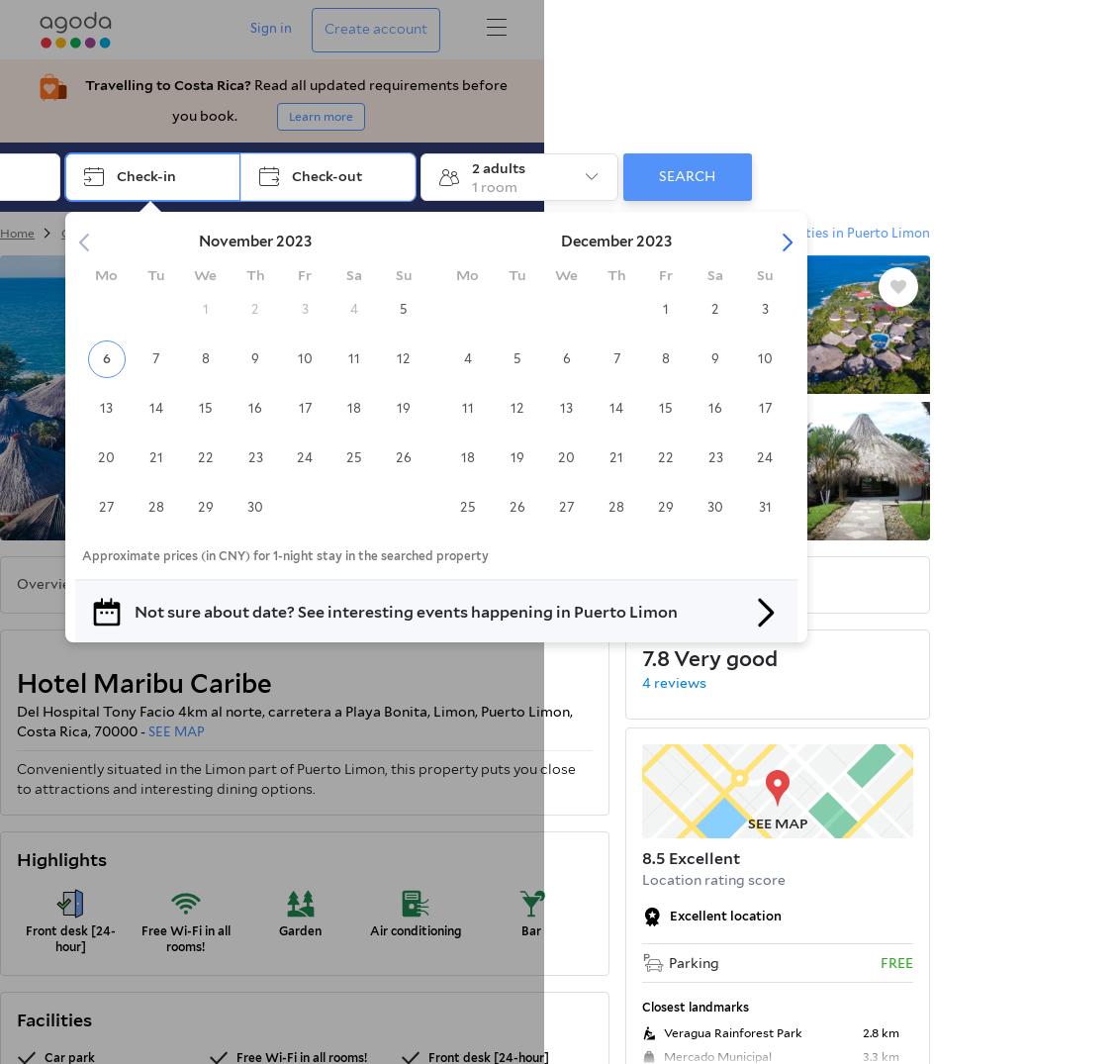 The width and height of the screenshot is (1120, 1064). What do you see at coordinates (69, 937) in the screenshot?
I see `'Front desk [24-hour]'` at bounding box center [69, 937].